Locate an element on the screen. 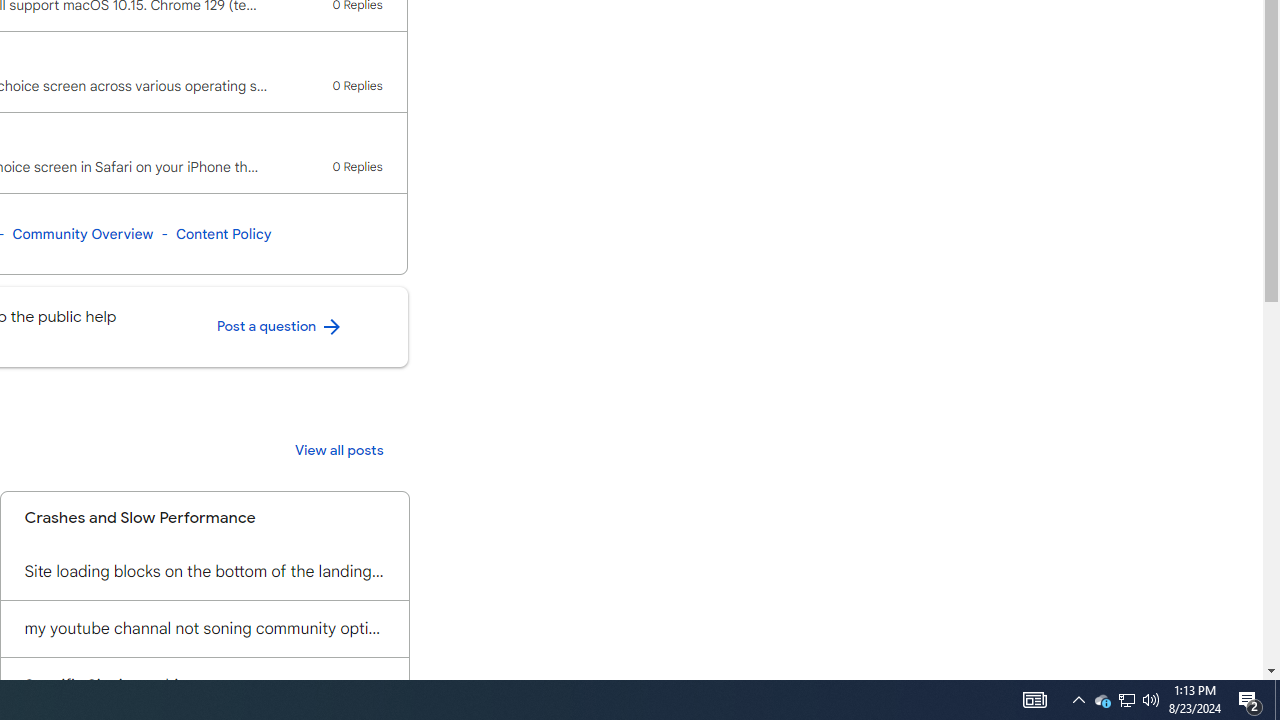  'View all posts' is located at coordinates (339, 451).